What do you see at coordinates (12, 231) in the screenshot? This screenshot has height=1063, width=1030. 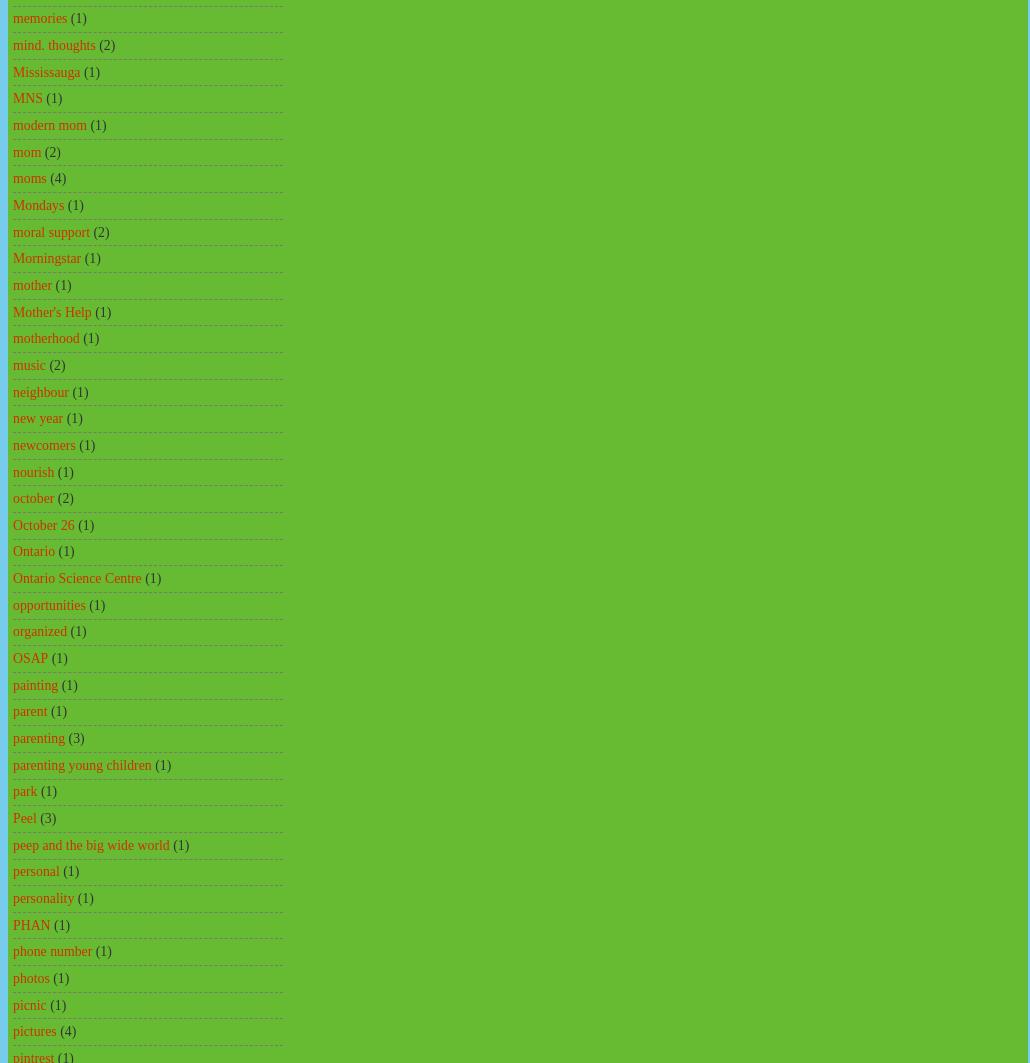 I see `'moral support'` at bounding box center [12, 231].